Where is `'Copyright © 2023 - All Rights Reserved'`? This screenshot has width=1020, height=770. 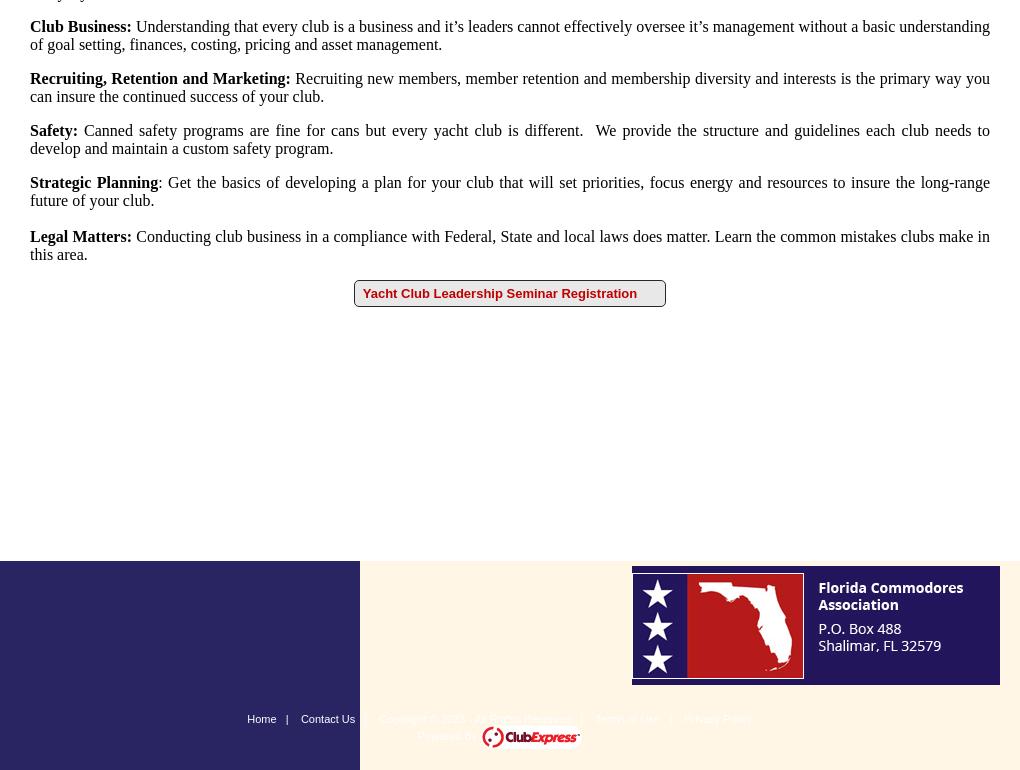 'Copyright © 2023 - All Rights Reserved' is located at coordinates (475, 719).